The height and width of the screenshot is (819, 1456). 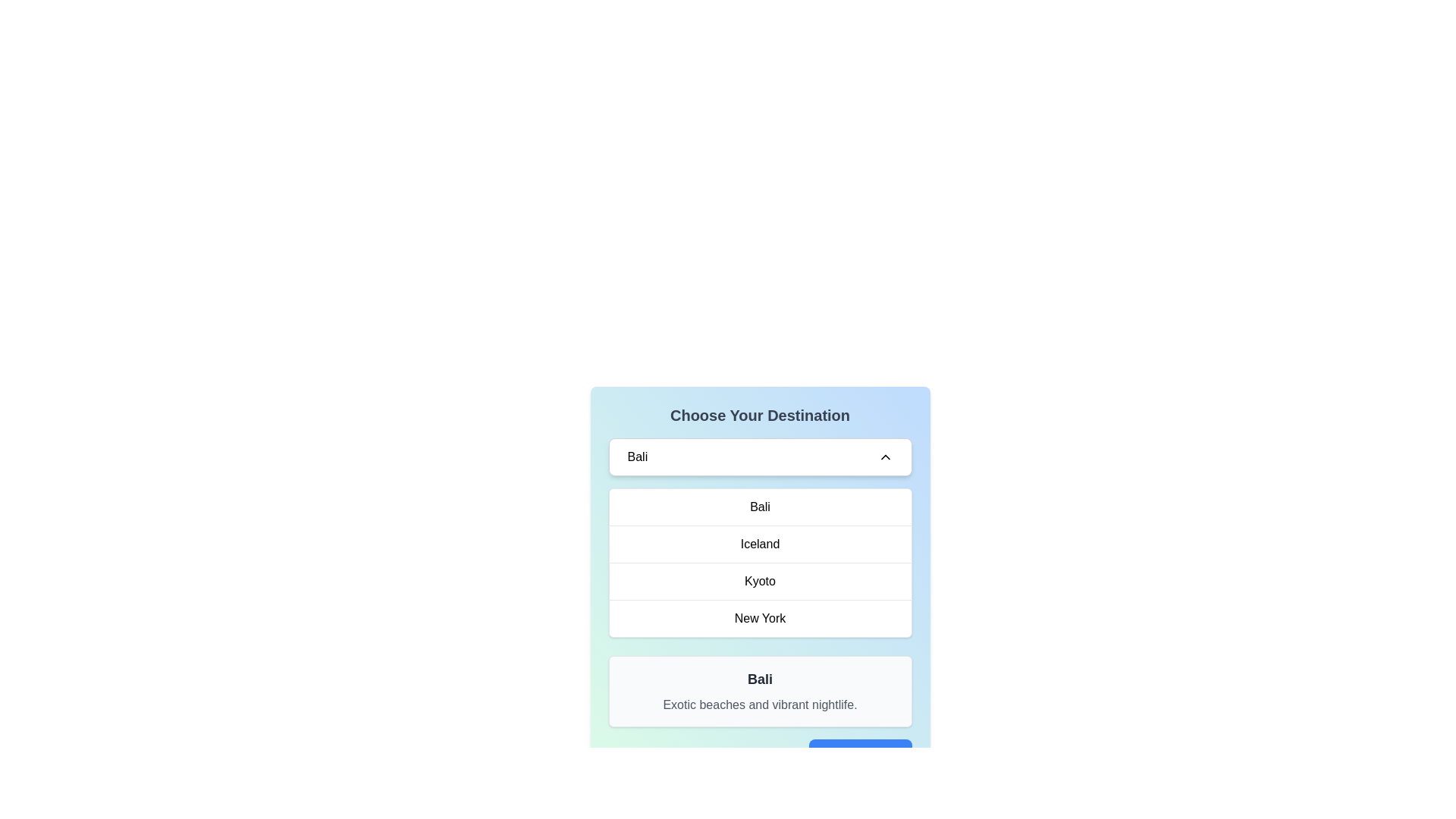 What do you see at coordinates (760, 507) in the screenshot?
I see `the text label 'Bali' which is the first item in a vertical list of four entries` at bounding box center [760, 507].